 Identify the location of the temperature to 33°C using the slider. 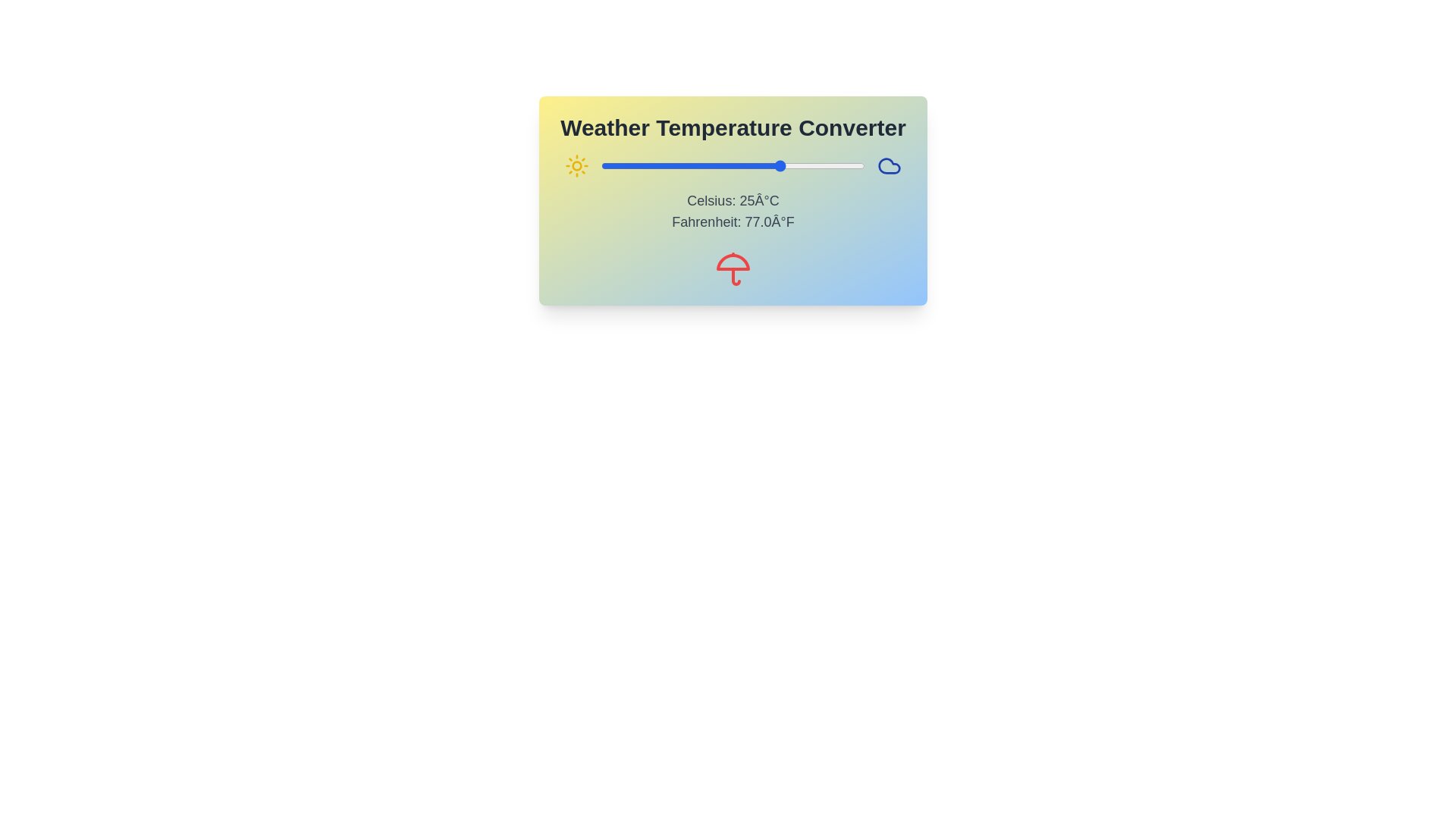
(808, 166).